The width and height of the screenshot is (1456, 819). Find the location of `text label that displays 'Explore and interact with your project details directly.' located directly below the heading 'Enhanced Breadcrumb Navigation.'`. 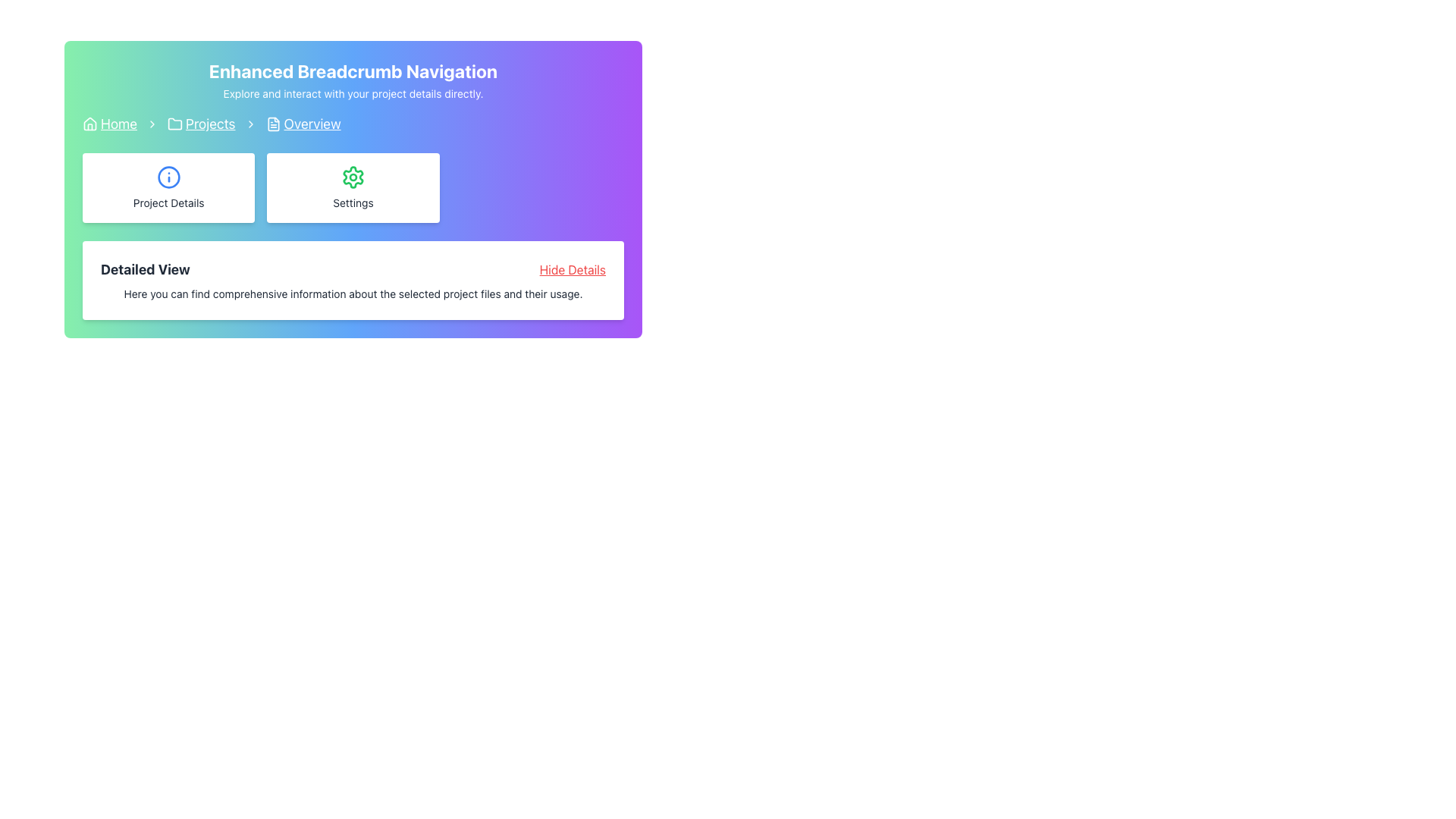

text label that displays 'Explore and interact with your project details directly.' located directly below the heading 'Enhanced Breadcrumb Navigation.' is located at coordinates (352, 93).